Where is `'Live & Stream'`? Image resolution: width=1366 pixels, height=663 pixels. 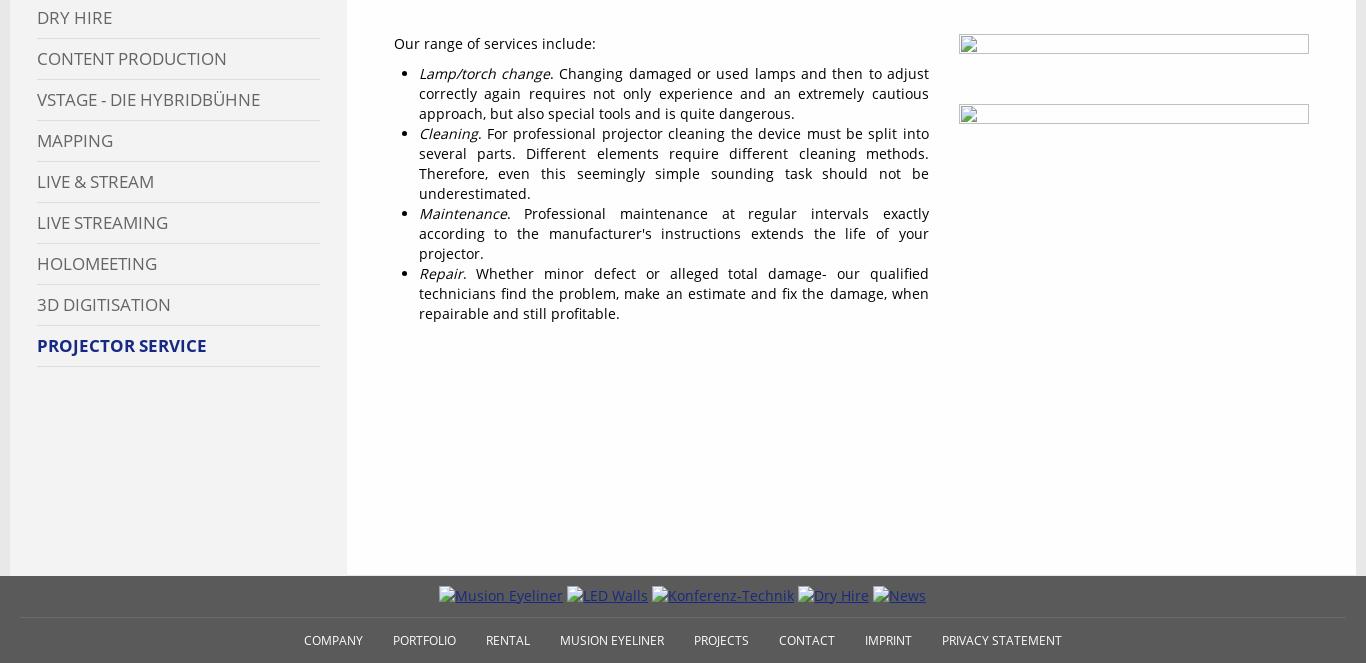
'Live & Stream' is located at coordinates (95, 181).